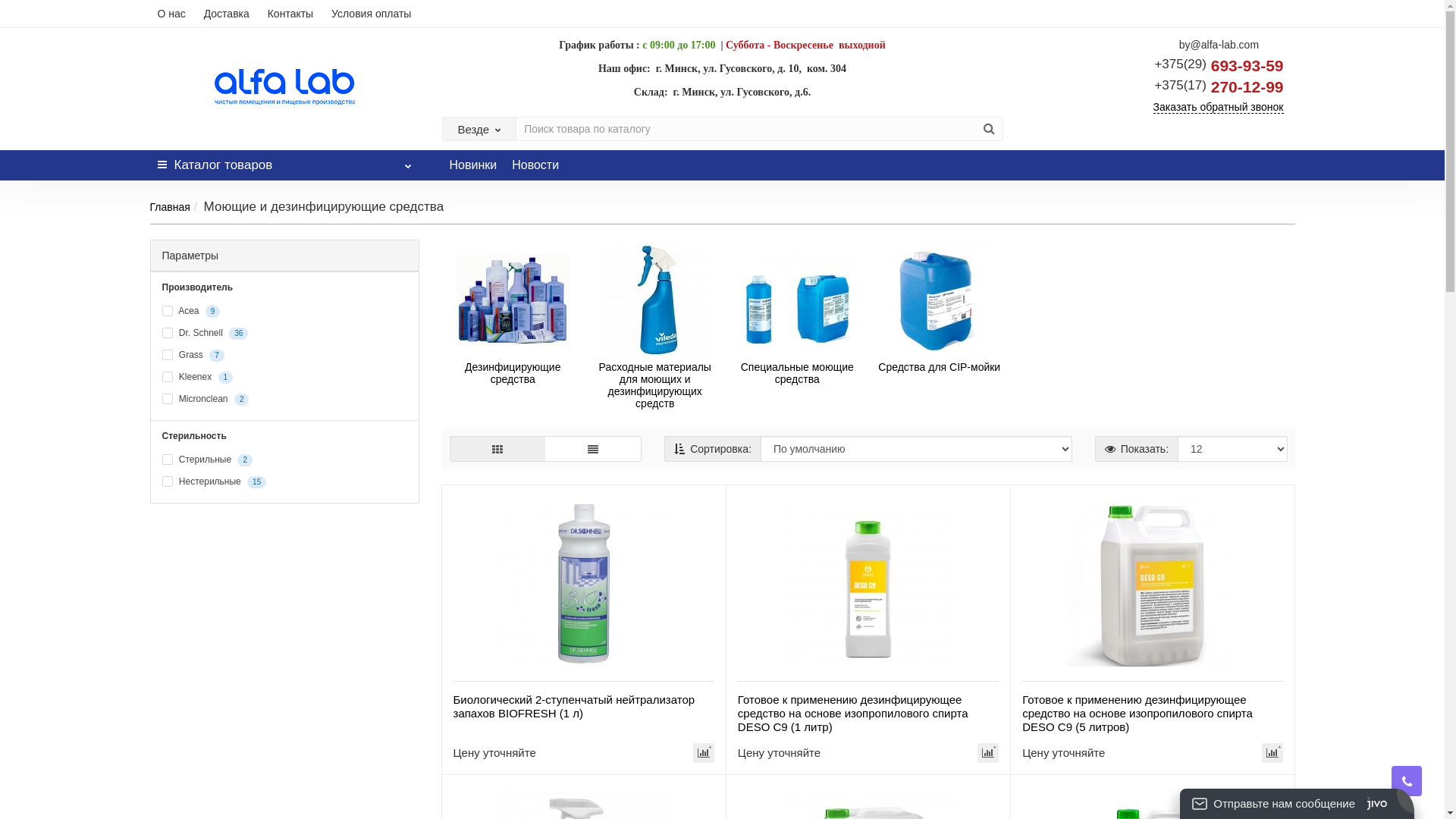 The image size is (1456, 819). I want to click on '+375(29) 693-93-59', so click(1219, 64).